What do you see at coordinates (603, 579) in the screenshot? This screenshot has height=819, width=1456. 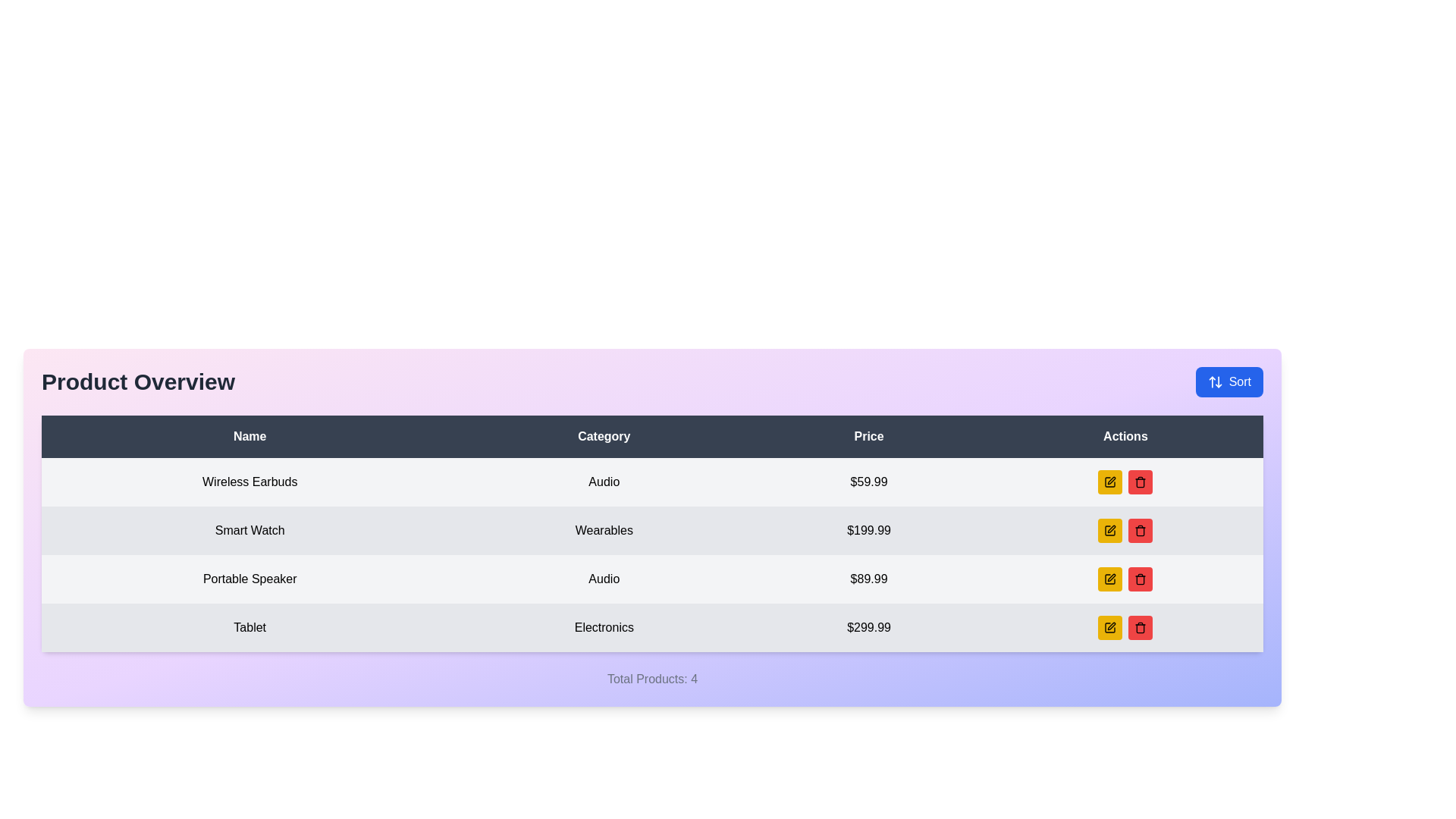 I see `the Text Label displaying the product category located in the third row, second column of the table` at bounding box center [603, 579].